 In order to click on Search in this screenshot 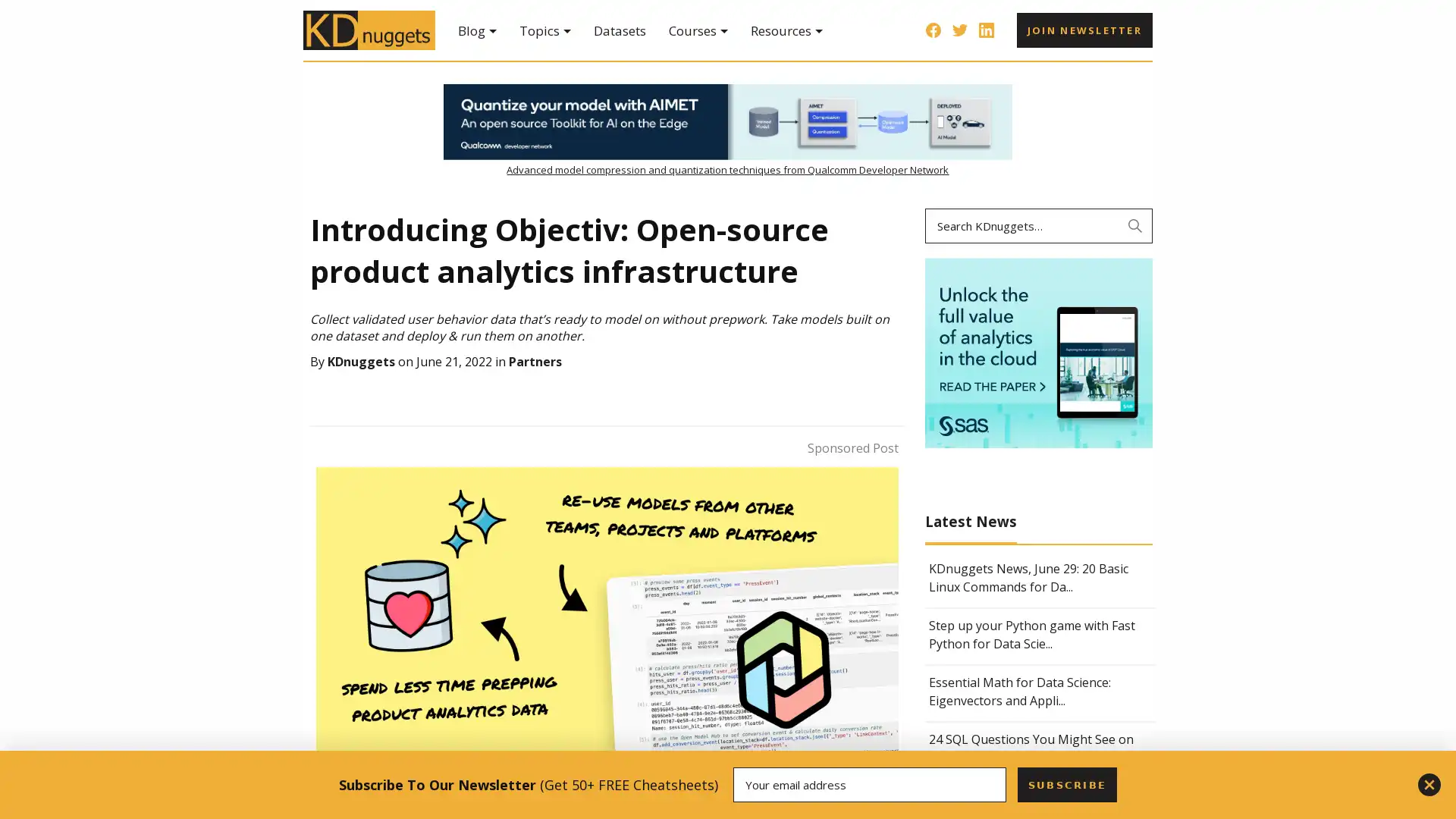, I will do `click(1135, 225)`.